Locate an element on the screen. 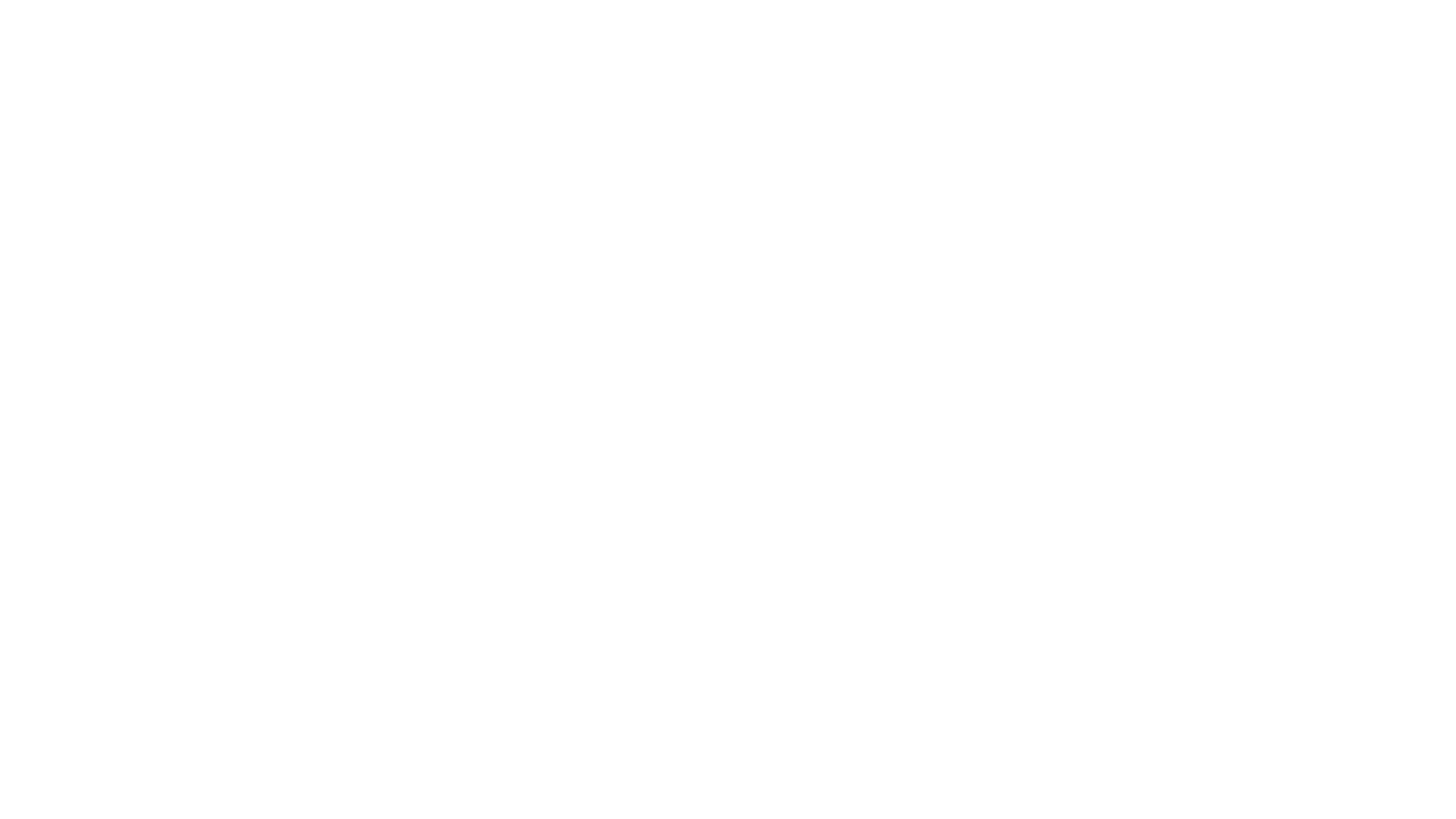 Image resolution: width=1456 pixels, height=819 pixels. Suivant is located at coordinates (1158, 435).